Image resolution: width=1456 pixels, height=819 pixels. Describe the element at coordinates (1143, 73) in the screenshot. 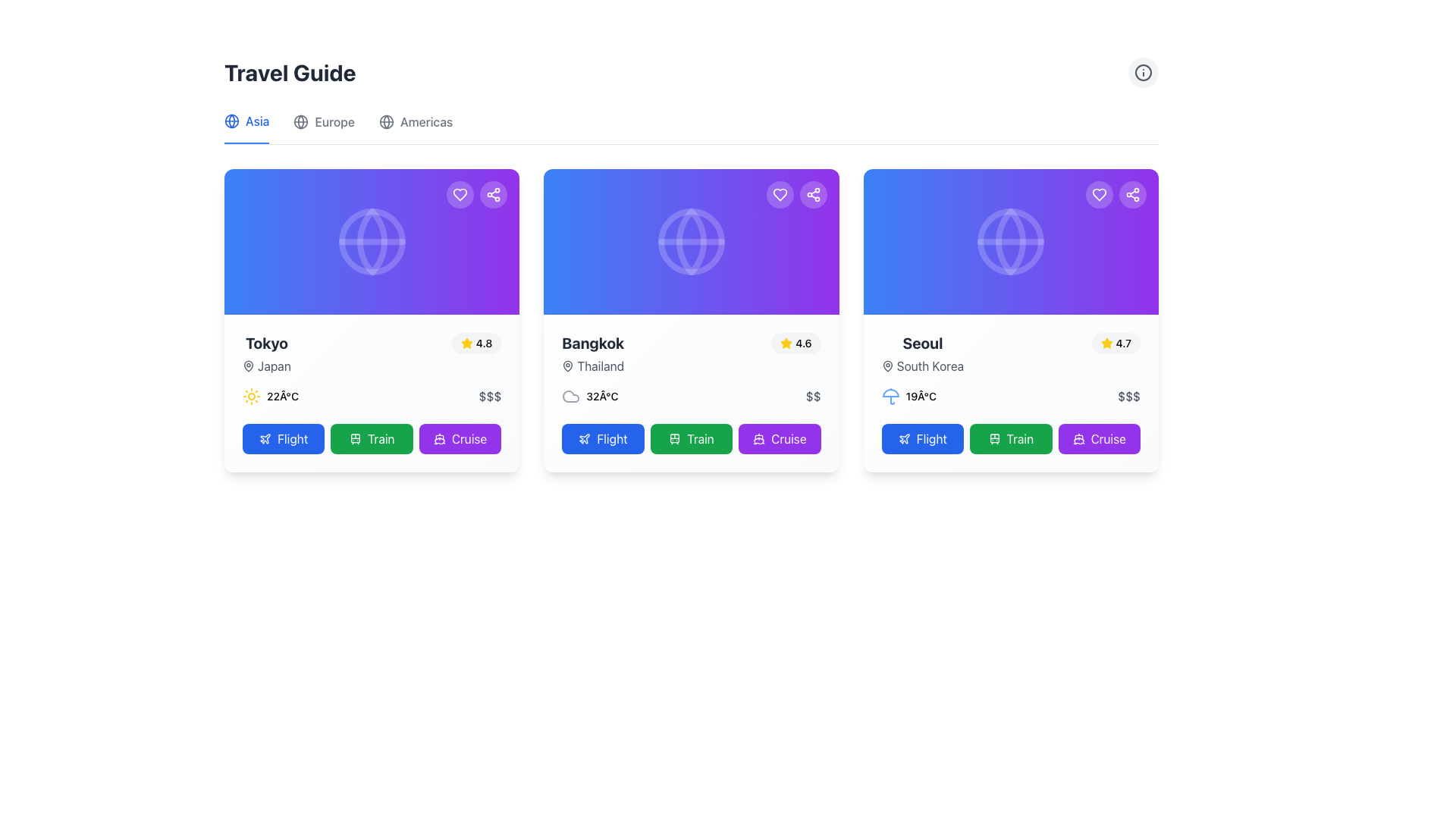

I see `the circular button with a gray background and an information icon` at that location.